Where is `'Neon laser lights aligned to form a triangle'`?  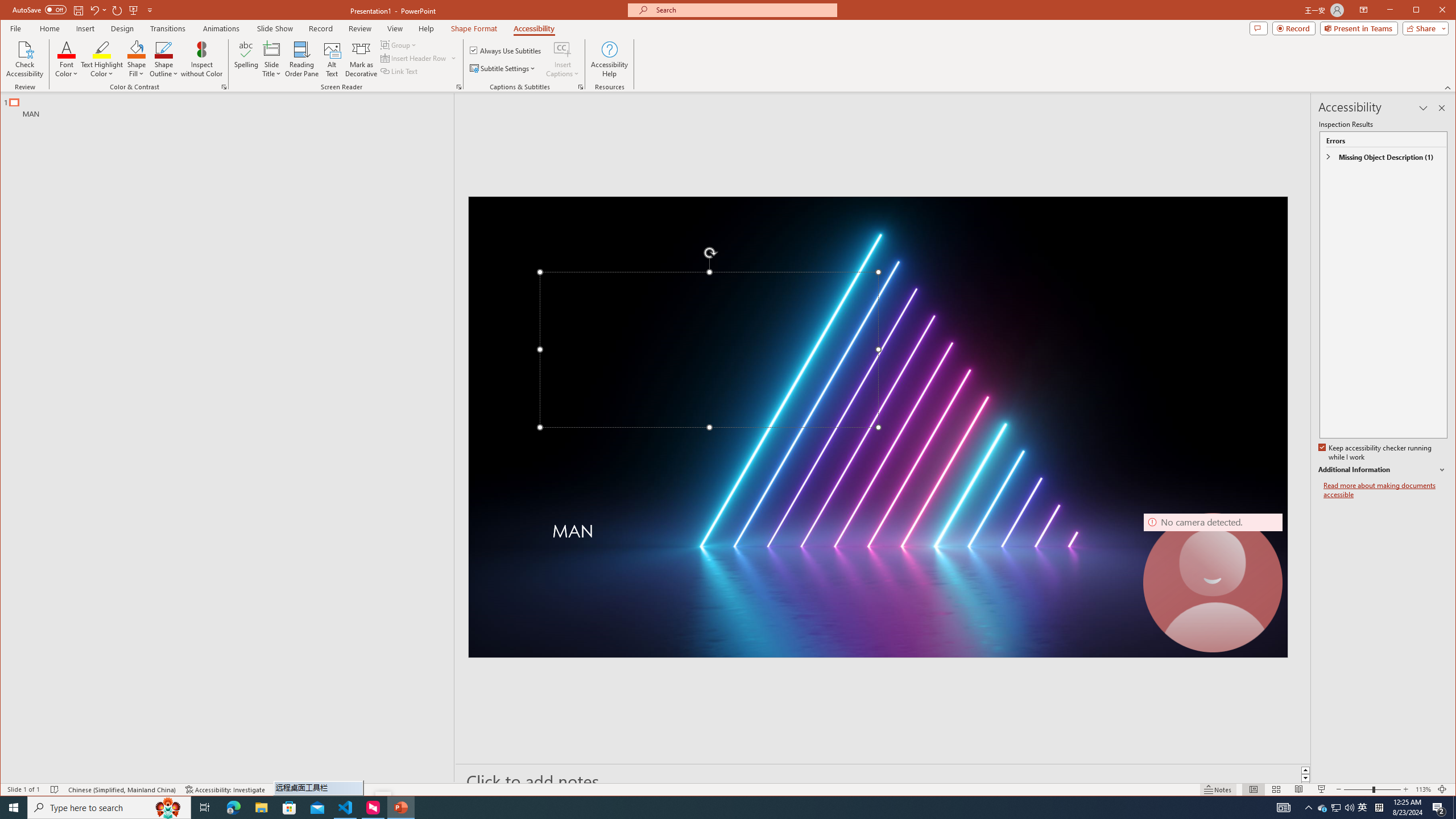
'Neon laser lights aligned to form a triangle' is located at coordinates (877, 427).